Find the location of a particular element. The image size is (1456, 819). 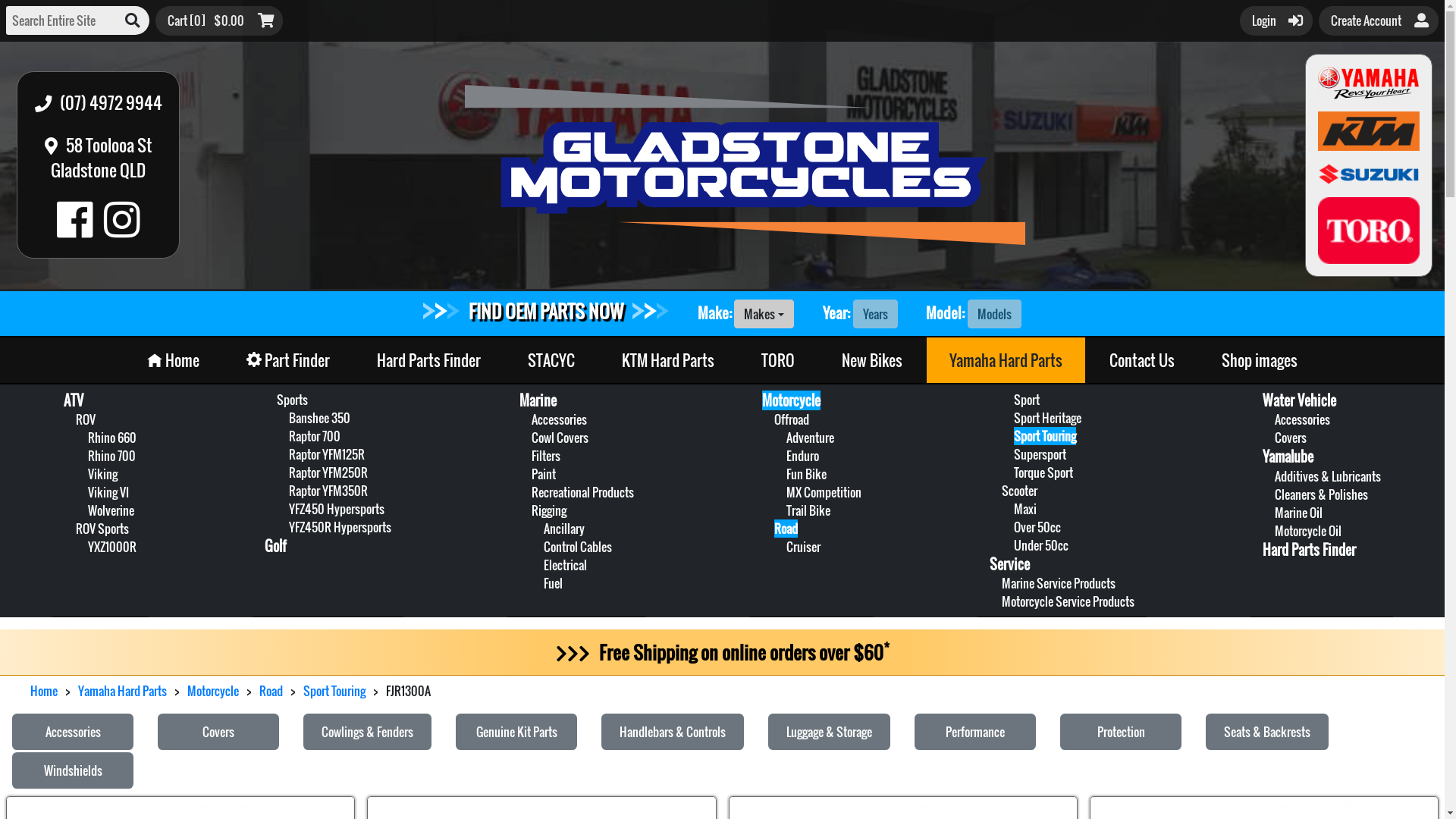

'Performance' is located at coordinates (975, 730).